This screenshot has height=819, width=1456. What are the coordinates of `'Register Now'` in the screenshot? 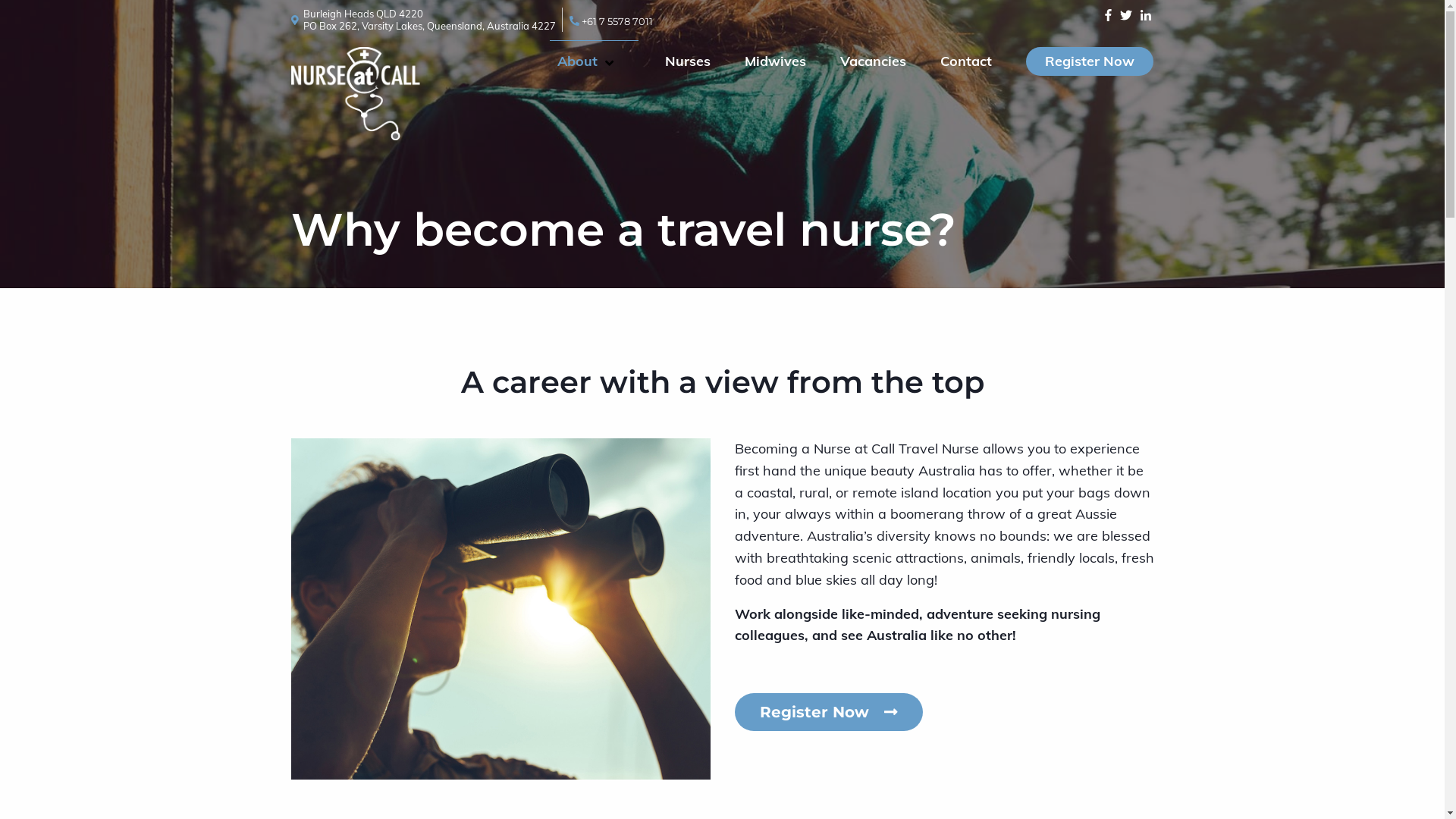 It's located at (1088, 61).